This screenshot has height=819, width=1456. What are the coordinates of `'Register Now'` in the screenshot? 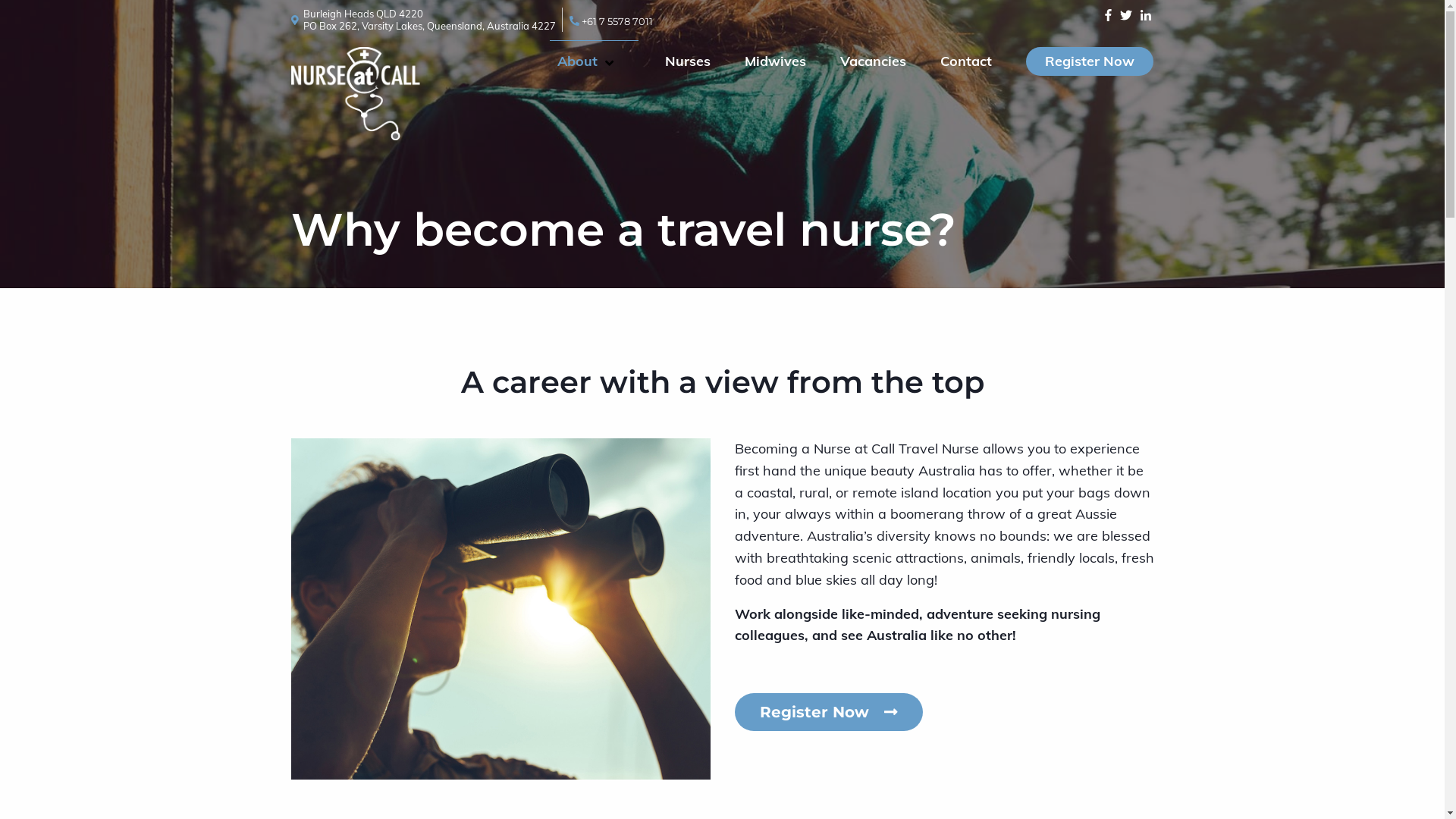 It's located at (1088, 61).